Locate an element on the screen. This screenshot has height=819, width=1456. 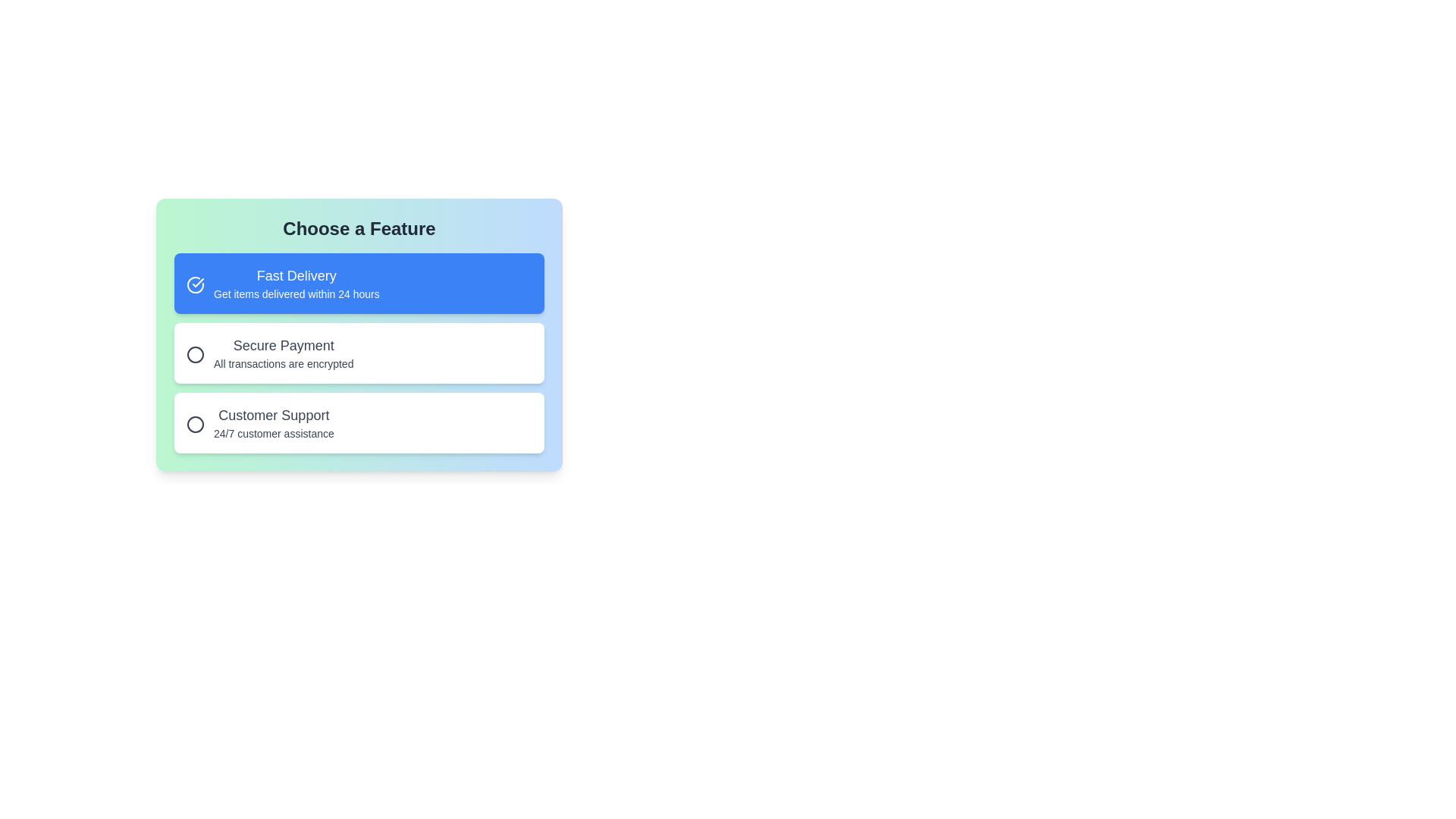
the 'Fast Delivery' card, which is the first card in a vertically arranged list of three cards, to select this feature option is located at coordinates (359, 284).